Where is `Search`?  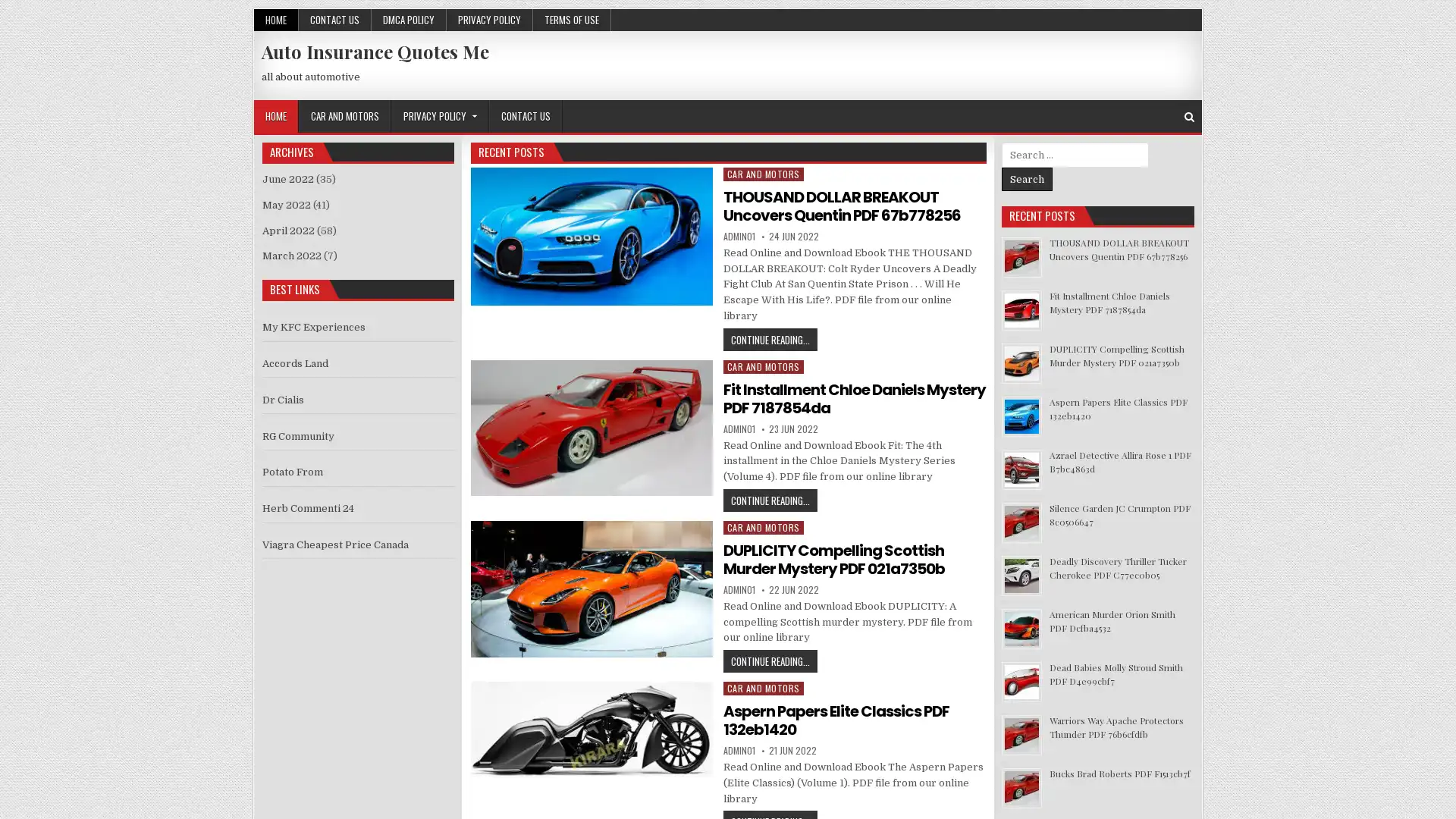 Search is located at coordinates (1027, 178).